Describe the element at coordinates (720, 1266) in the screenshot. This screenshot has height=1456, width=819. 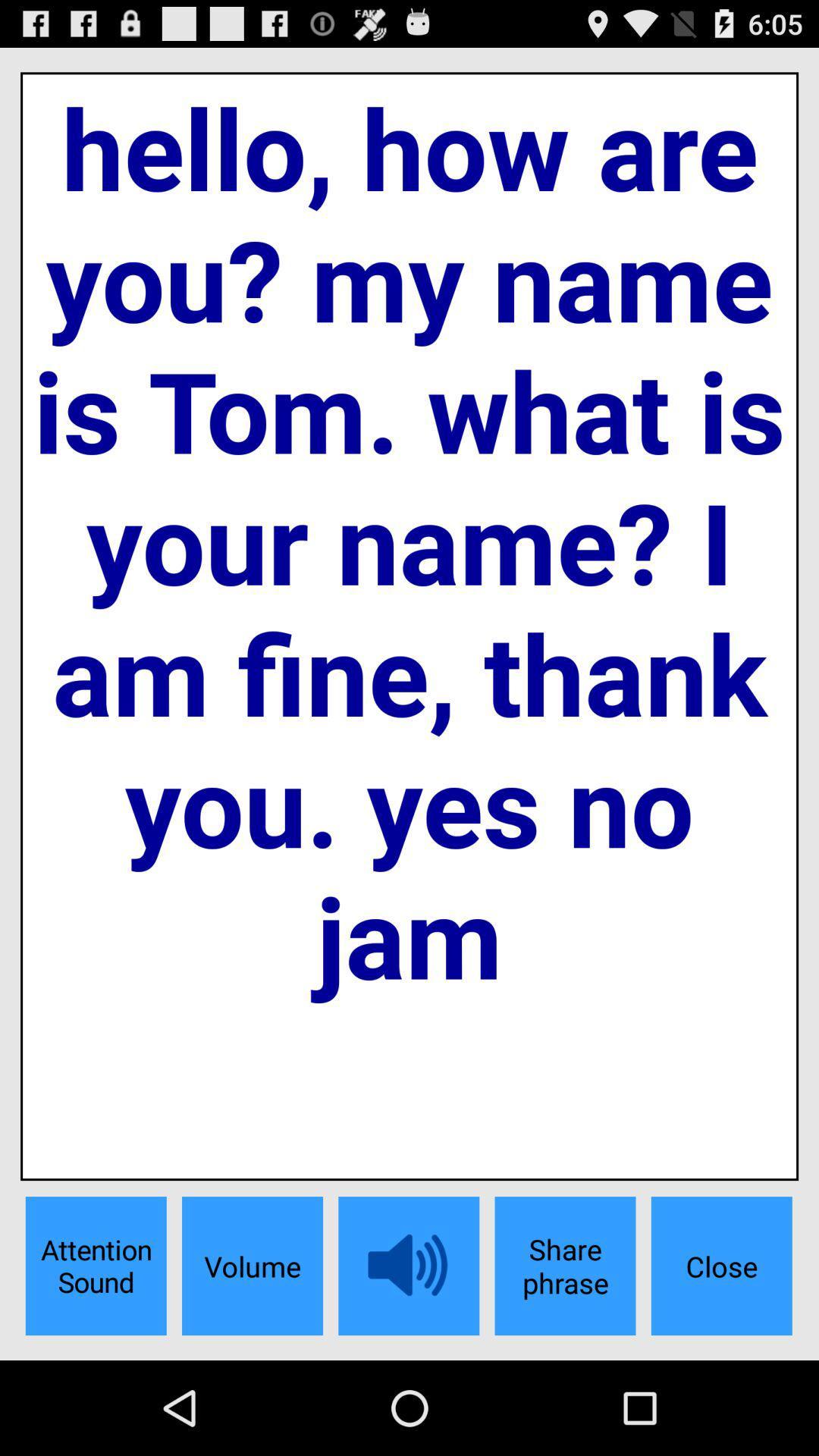
I see `the close icon` at that location.